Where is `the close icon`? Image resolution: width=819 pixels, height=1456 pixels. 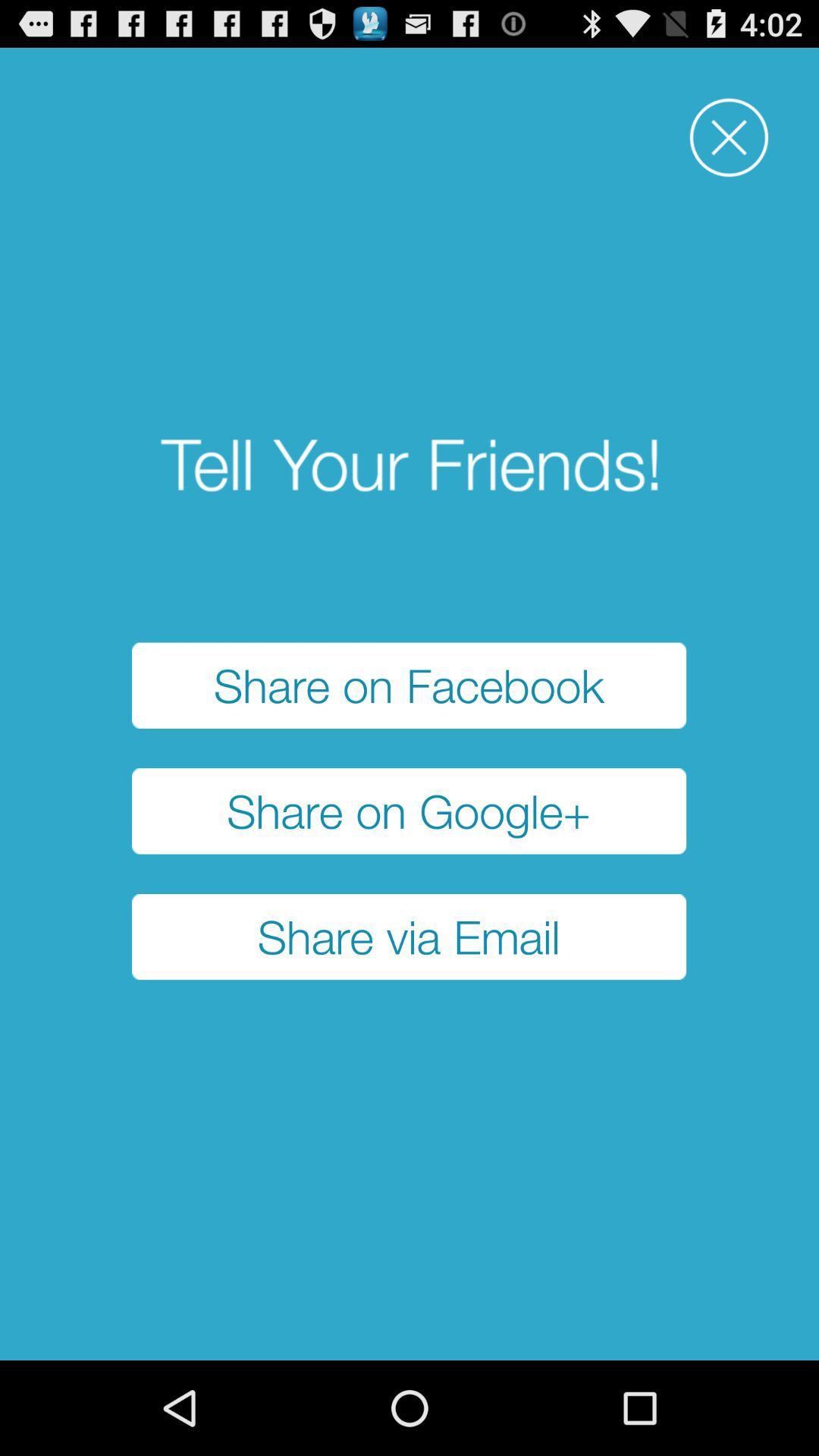
the close icon is located at coordinates (728, 147).